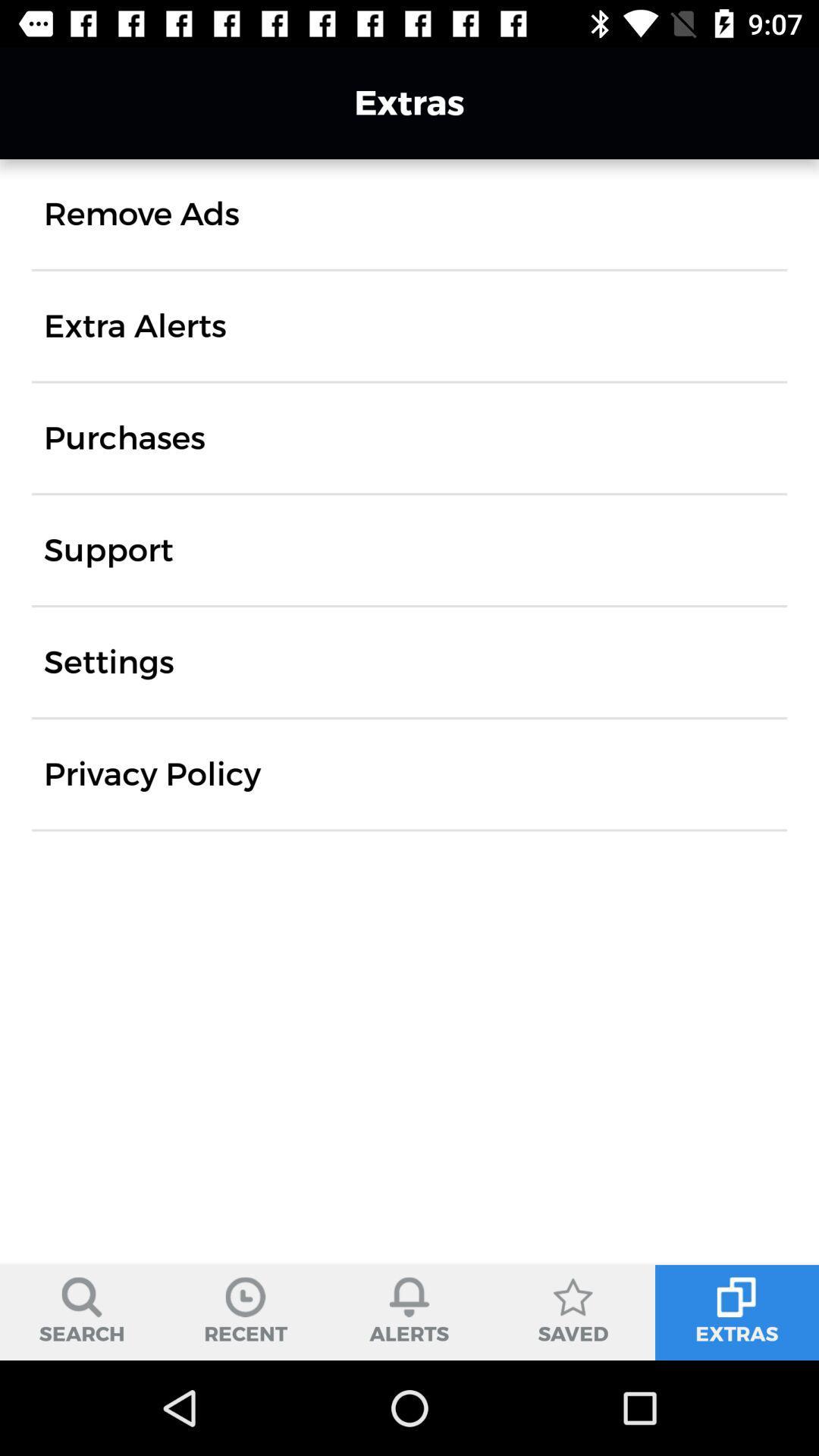 The width and height of the screenshot is (819, 1456). What do you see at coordinates (124, 437) in the screenshot?
I see `the icon below the extra alerts icon` at bounding box center [124, 437].